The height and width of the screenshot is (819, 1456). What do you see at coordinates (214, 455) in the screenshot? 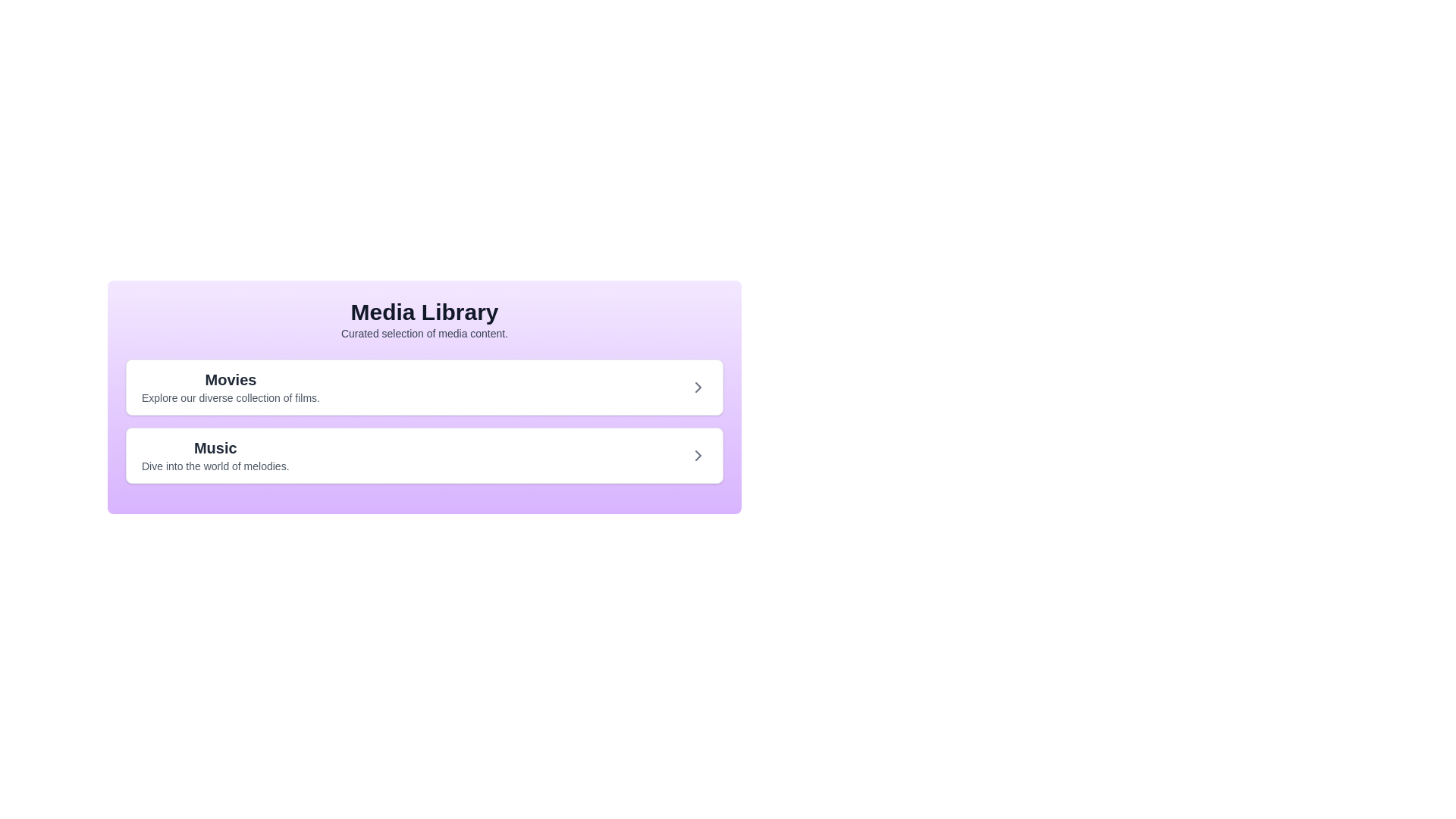
I see `the second item in the media categories list, which is a static text block displaying 'Dive into the world of melodies.'` at bounding box center [214, 455].